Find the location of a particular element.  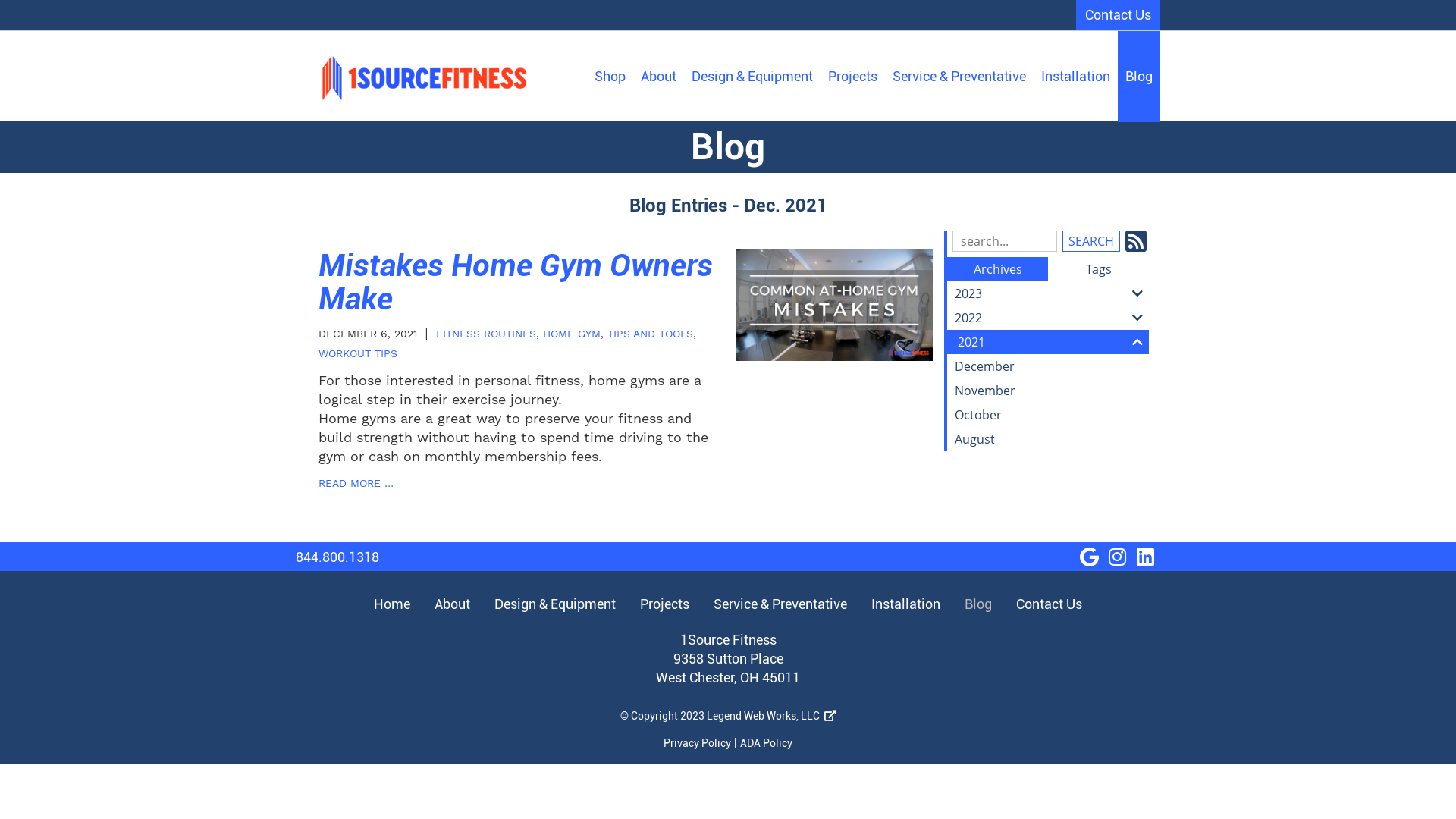

'Home' is located at coordinates (395, 603).